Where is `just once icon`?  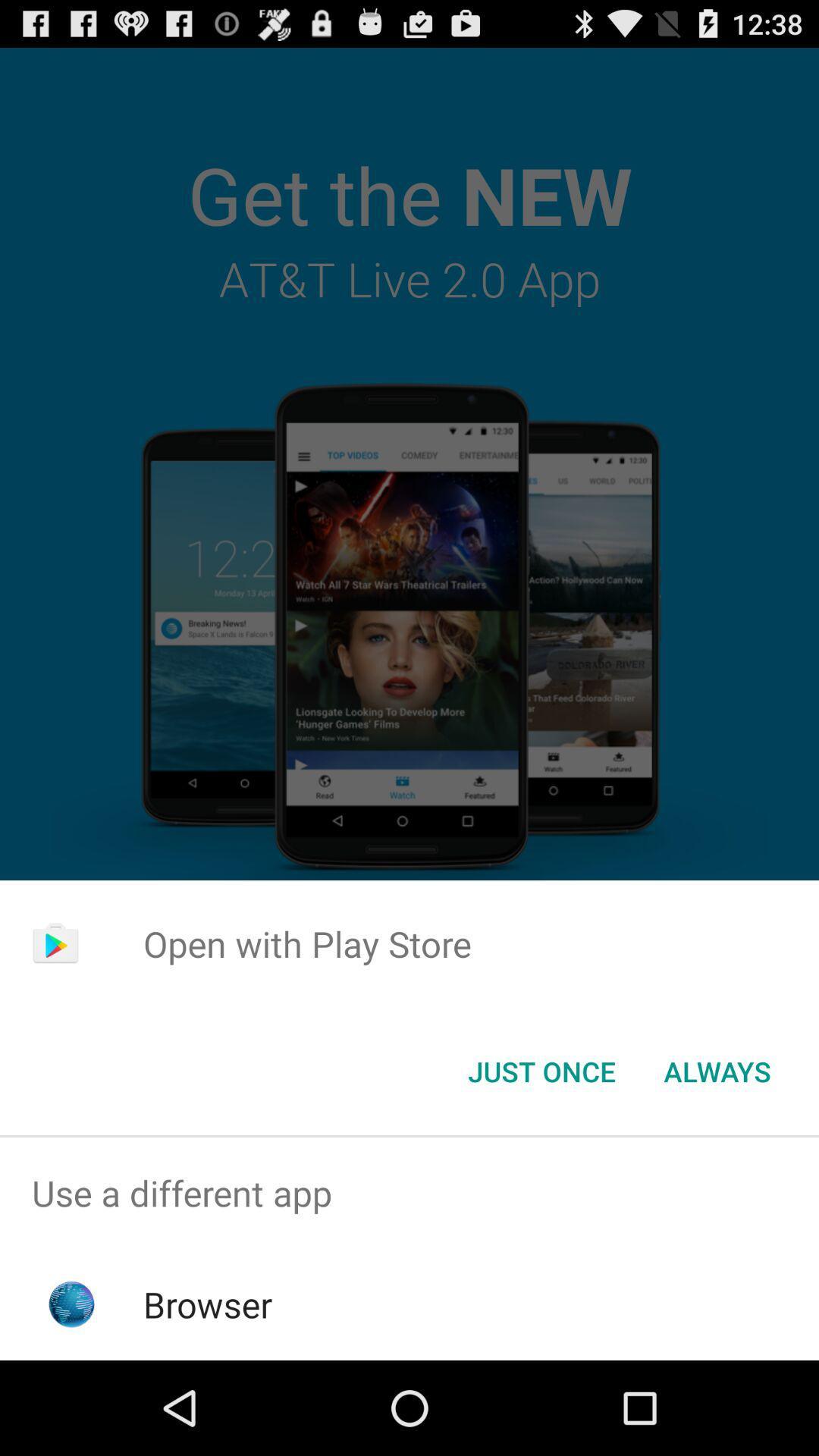
just once icon is located at coordinates (541, 1070).